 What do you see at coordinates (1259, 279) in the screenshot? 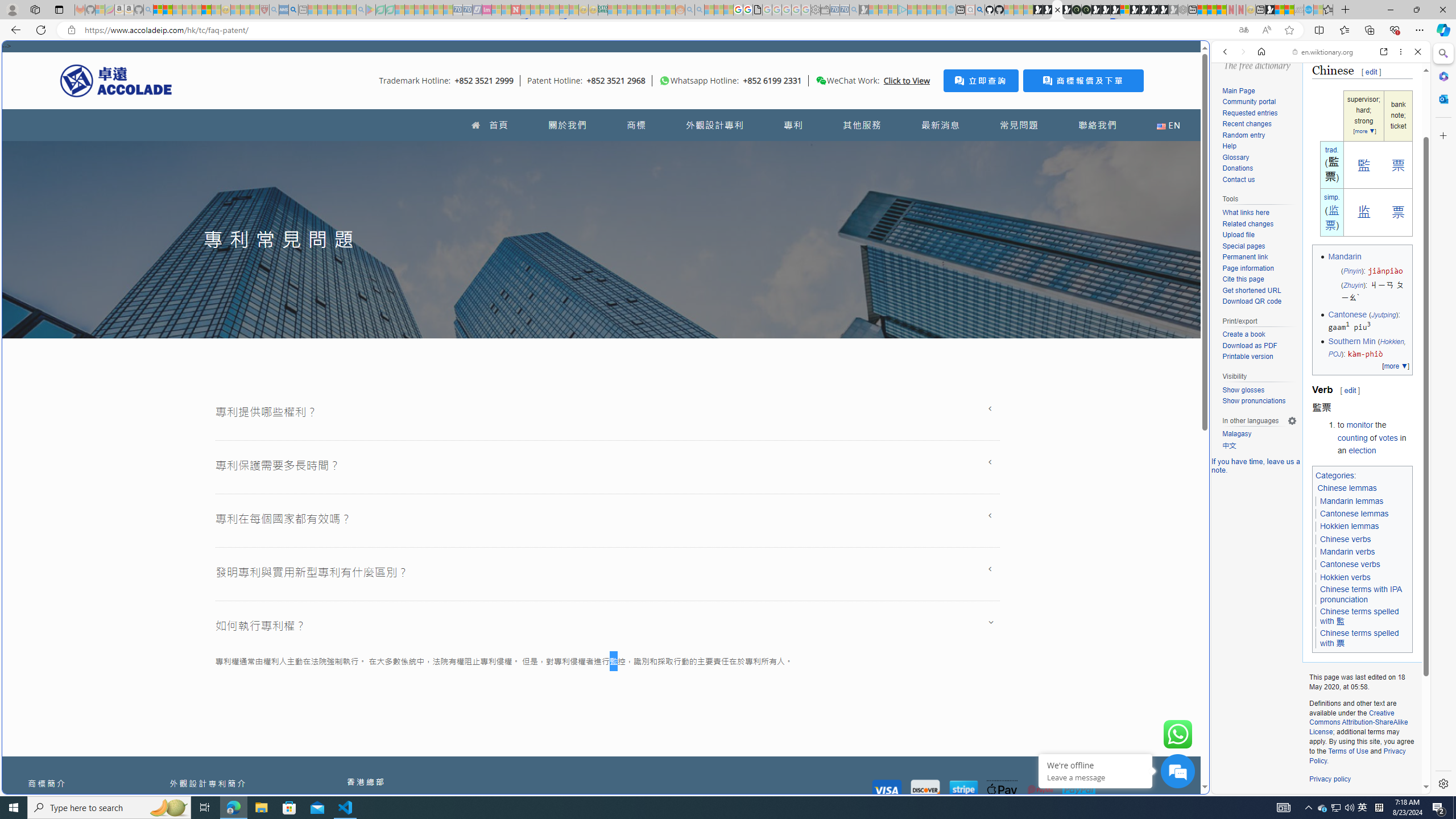
I see `'Cite this page'` at bounding box center [1259, 279].